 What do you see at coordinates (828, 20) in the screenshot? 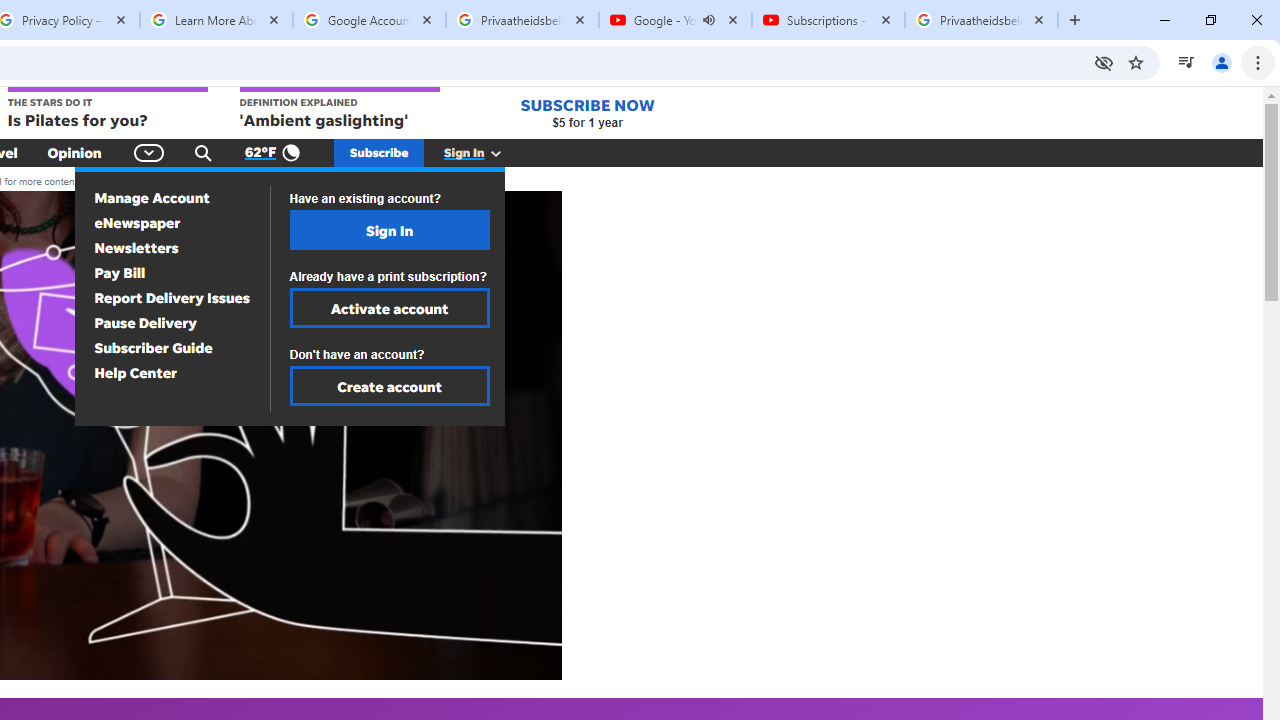
I see `'Subscriptions - YouTube'` at bounding box center [828, 20].